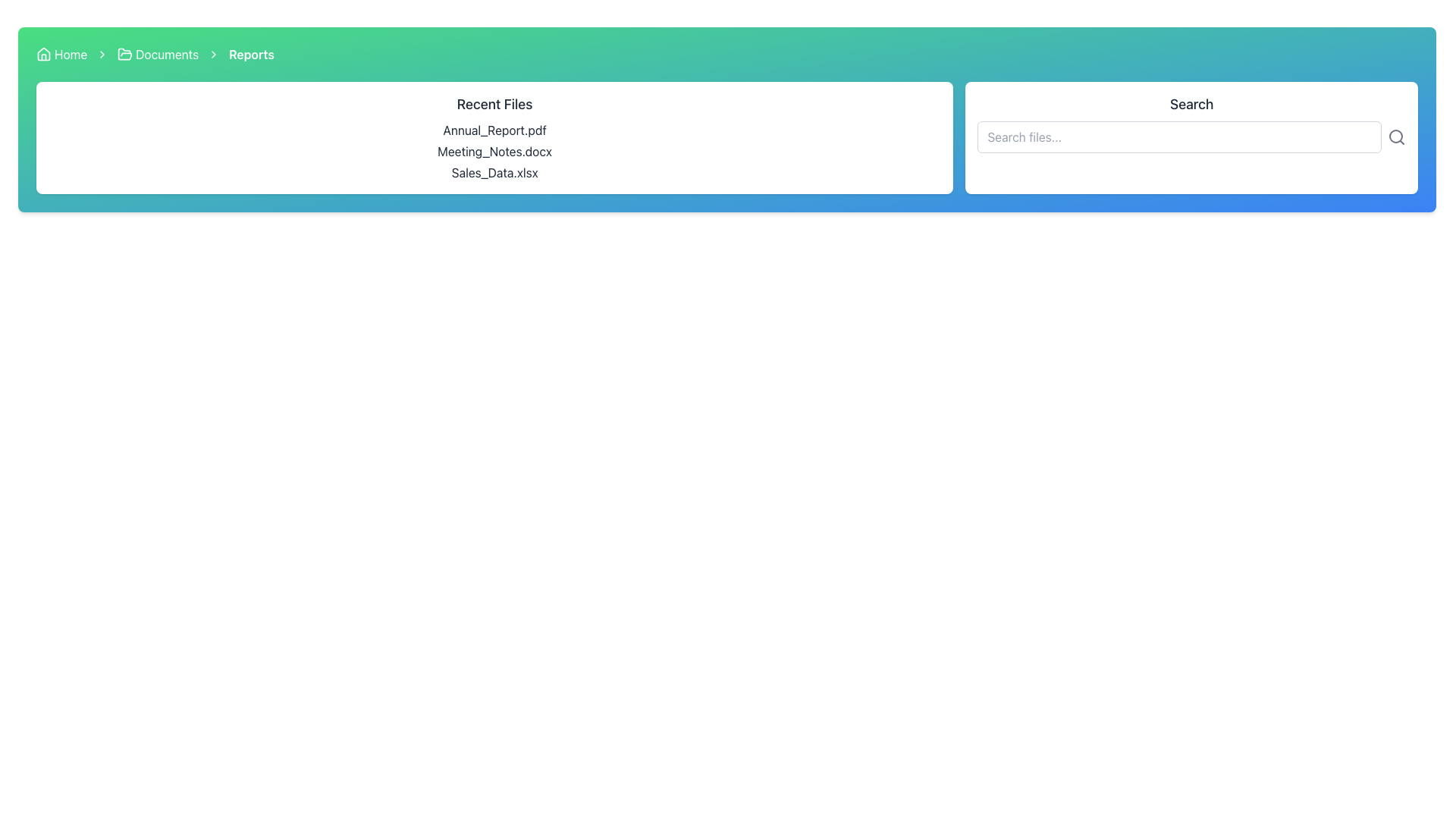 This screenshot has width=1456, height=819. What do you see at coordinates (125, 54) in the screenshot?
I see `the 'Documents' icon in the breadcrumb navigation bar, which is positioned to the left of the 'Documents' text link, indicating the current context` at bounding box center [125, 54].